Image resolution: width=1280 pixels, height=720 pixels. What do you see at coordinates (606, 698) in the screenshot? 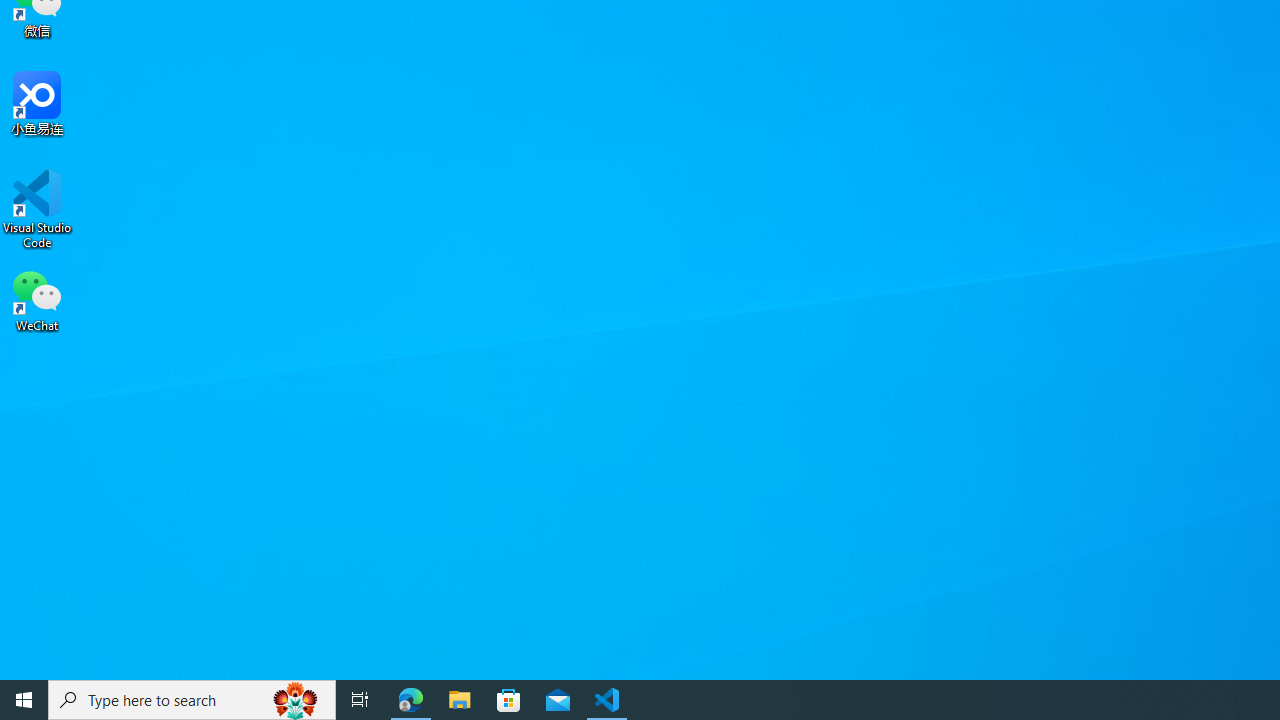
I see `'Visual Studio Code - 1 running window'` at bounding box center [606, 698].